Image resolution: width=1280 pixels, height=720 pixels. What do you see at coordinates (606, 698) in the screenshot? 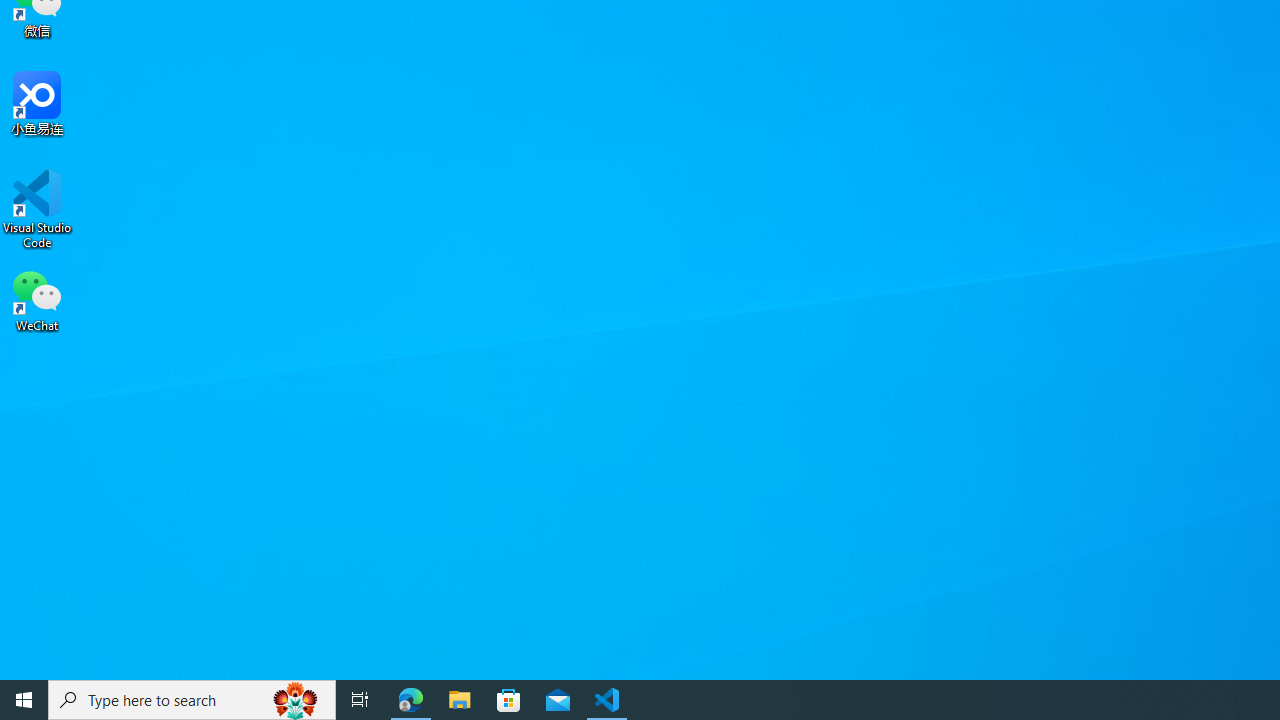
I see `'Visual Studio Code - 1 running window'` at bounding box center [606, 698].